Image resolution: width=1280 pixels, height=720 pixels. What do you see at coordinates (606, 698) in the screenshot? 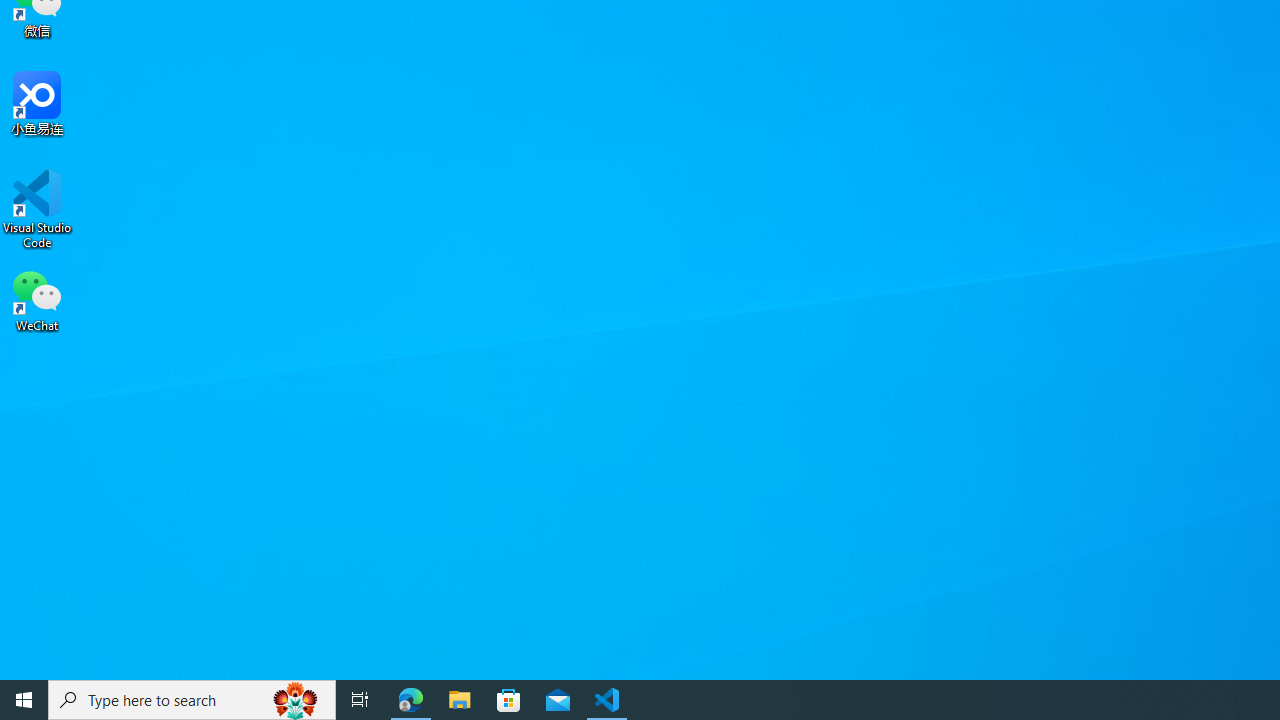
I see `'Visual Studio Code - 1 running window'` at bounding box center [606, 698].